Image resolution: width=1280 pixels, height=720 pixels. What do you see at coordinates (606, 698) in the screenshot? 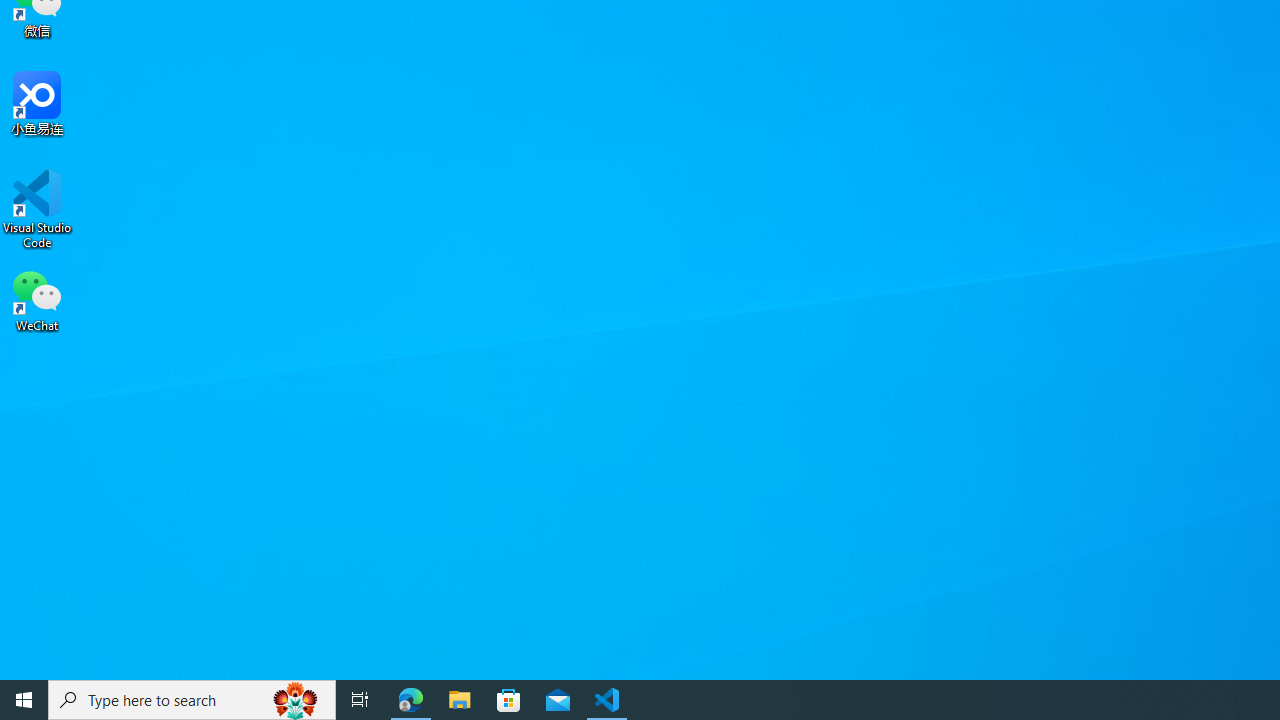
I see `'Visual Studio Code - 1 running window'` at bounding box center [606, 698].